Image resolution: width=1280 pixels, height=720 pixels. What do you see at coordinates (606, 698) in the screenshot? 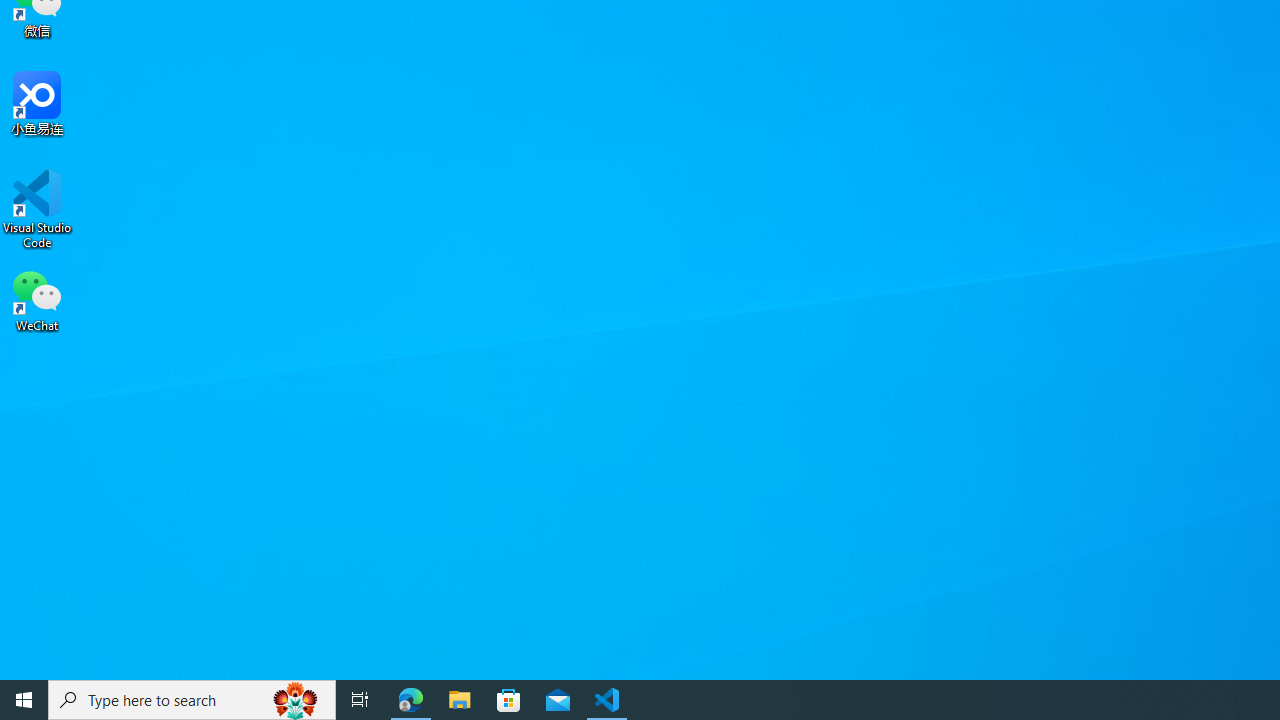
I see `'Visual Studio Code - 1 running window'` at bounding box center [606, 698].